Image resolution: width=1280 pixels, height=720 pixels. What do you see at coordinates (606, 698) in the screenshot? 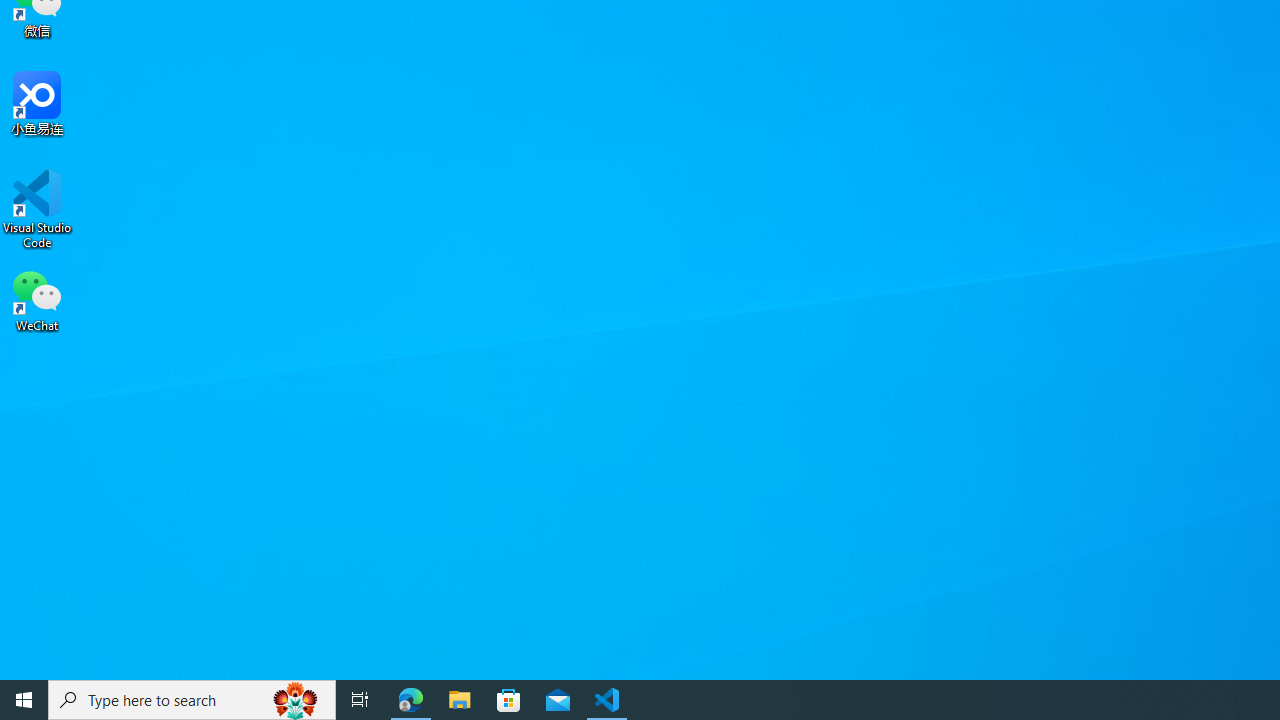
I see `'Visual Studio Code - 1 running window'` at bounding box center [606, 698].